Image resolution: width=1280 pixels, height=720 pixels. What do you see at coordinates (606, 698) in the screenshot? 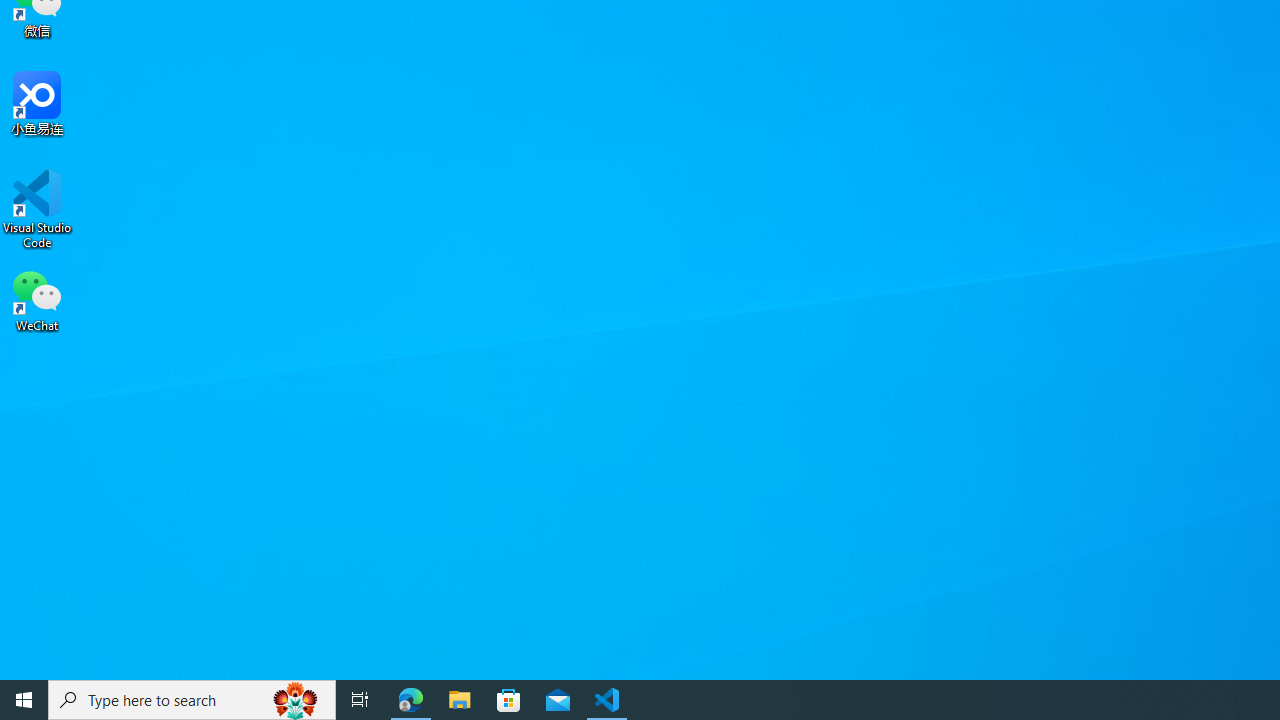
I see `'Visual Studio Code - 1 running window'` at bounding box center [606, 698].